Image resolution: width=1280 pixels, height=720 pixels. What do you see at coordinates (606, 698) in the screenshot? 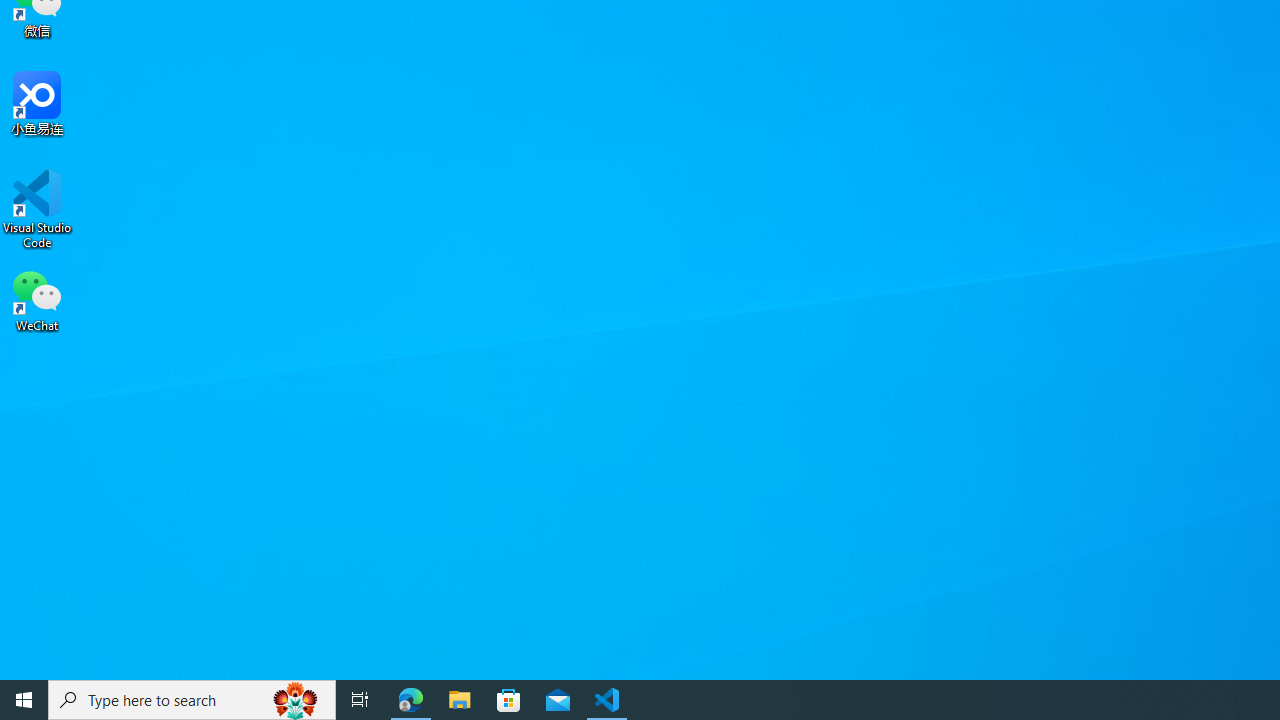
I see `'Visual Studio Code - 1 running window'` at bounding box center [606, 698].